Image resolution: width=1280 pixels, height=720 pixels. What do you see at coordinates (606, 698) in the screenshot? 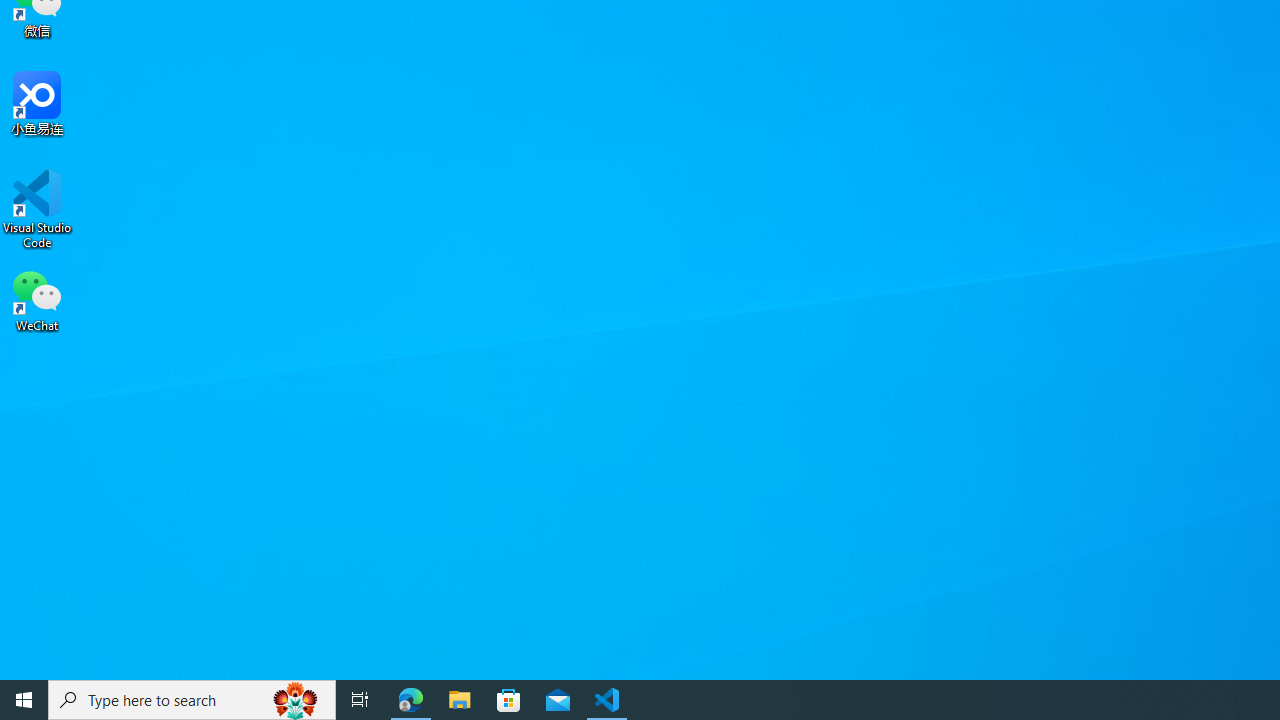
I see `'Visual Studio Code - 1 running window'` at bounding box center [606, 698].